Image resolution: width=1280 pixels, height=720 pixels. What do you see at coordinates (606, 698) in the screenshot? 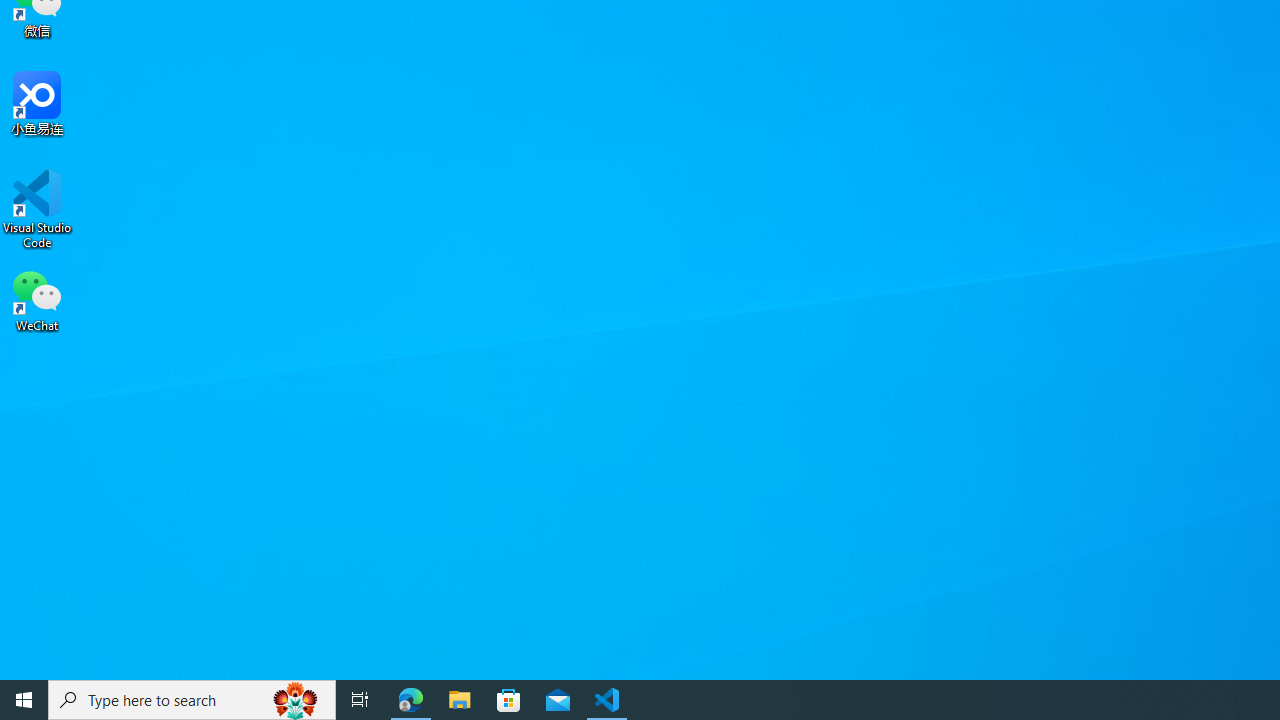
I see `'Visual Studio Code - 1 running window'` at bounding box center [606, 698].